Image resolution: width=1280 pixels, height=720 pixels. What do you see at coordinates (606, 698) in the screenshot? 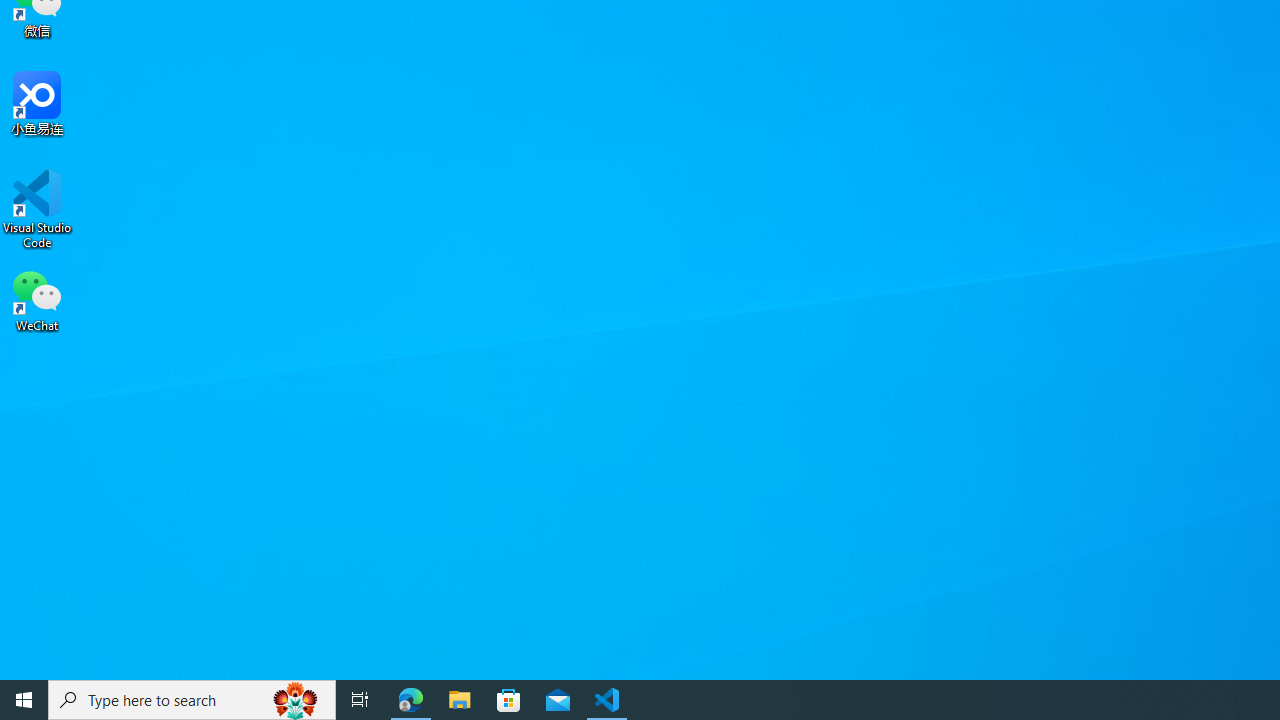
I see `'Visual Studio Code - 1 running window'` at bounding box center [606, 698].